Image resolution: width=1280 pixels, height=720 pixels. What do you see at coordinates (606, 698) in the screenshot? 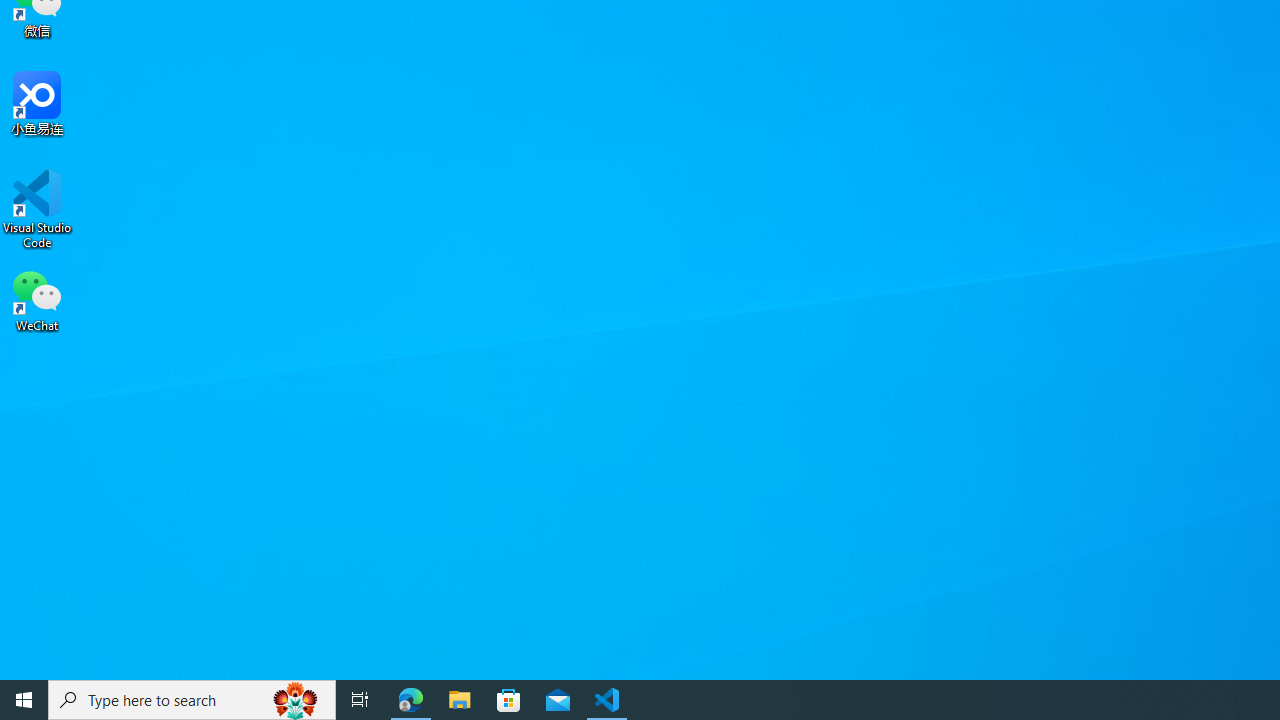
I see `'Visual Studio Code - 1 running window'` at bounding box center [606, 698].